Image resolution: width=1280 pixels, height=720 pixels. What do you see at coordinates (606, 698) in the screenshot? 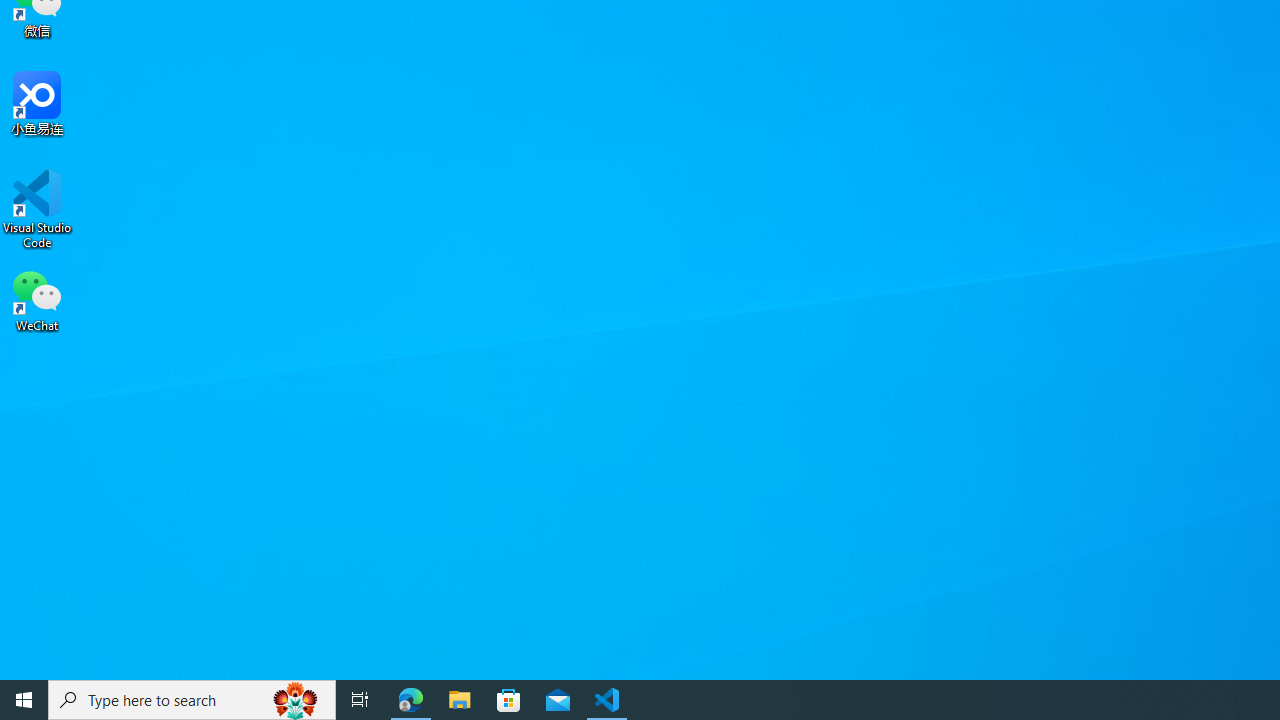
I see `'Visual Studio Code - 1 running window'` at bounding box center [606, 698].